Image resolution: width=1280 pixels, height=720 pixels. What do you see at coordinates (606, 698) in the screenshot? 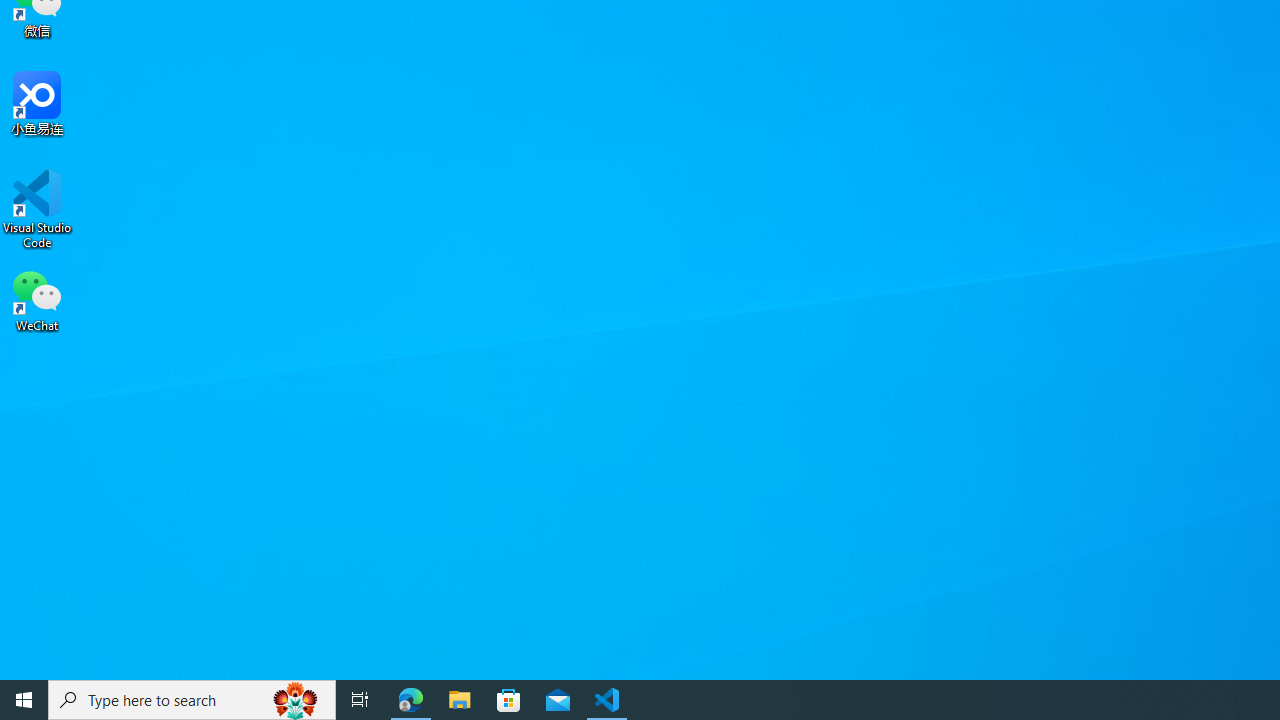
I see `'Visual Studio Code - 1 running window'` at bounding box center [606, 698].